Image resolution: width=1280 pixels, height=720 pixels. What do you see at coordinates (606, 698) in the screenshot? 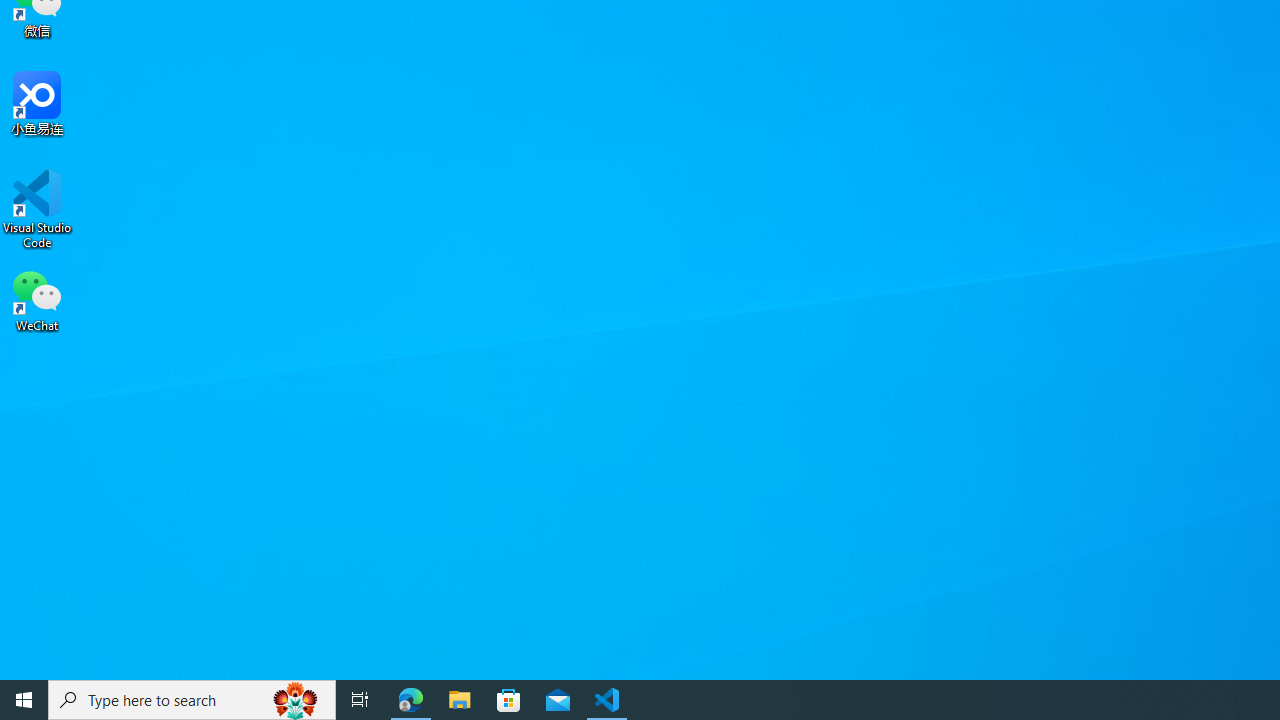
I see `'Visual Studio Code - 1 running window'` at bounding box center [606, 698].